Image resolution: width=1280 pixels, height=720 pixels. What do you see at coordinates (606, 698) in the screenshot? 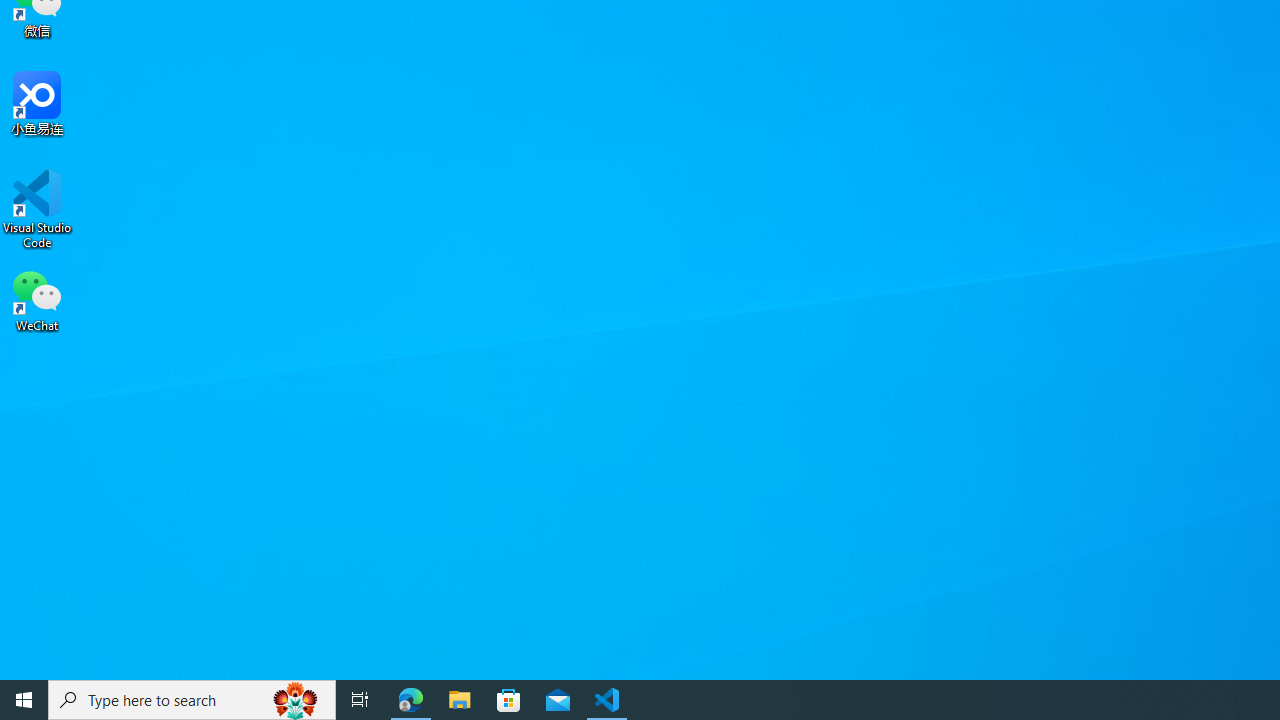
I see `'Visual Studio Code - 1 running window'` at bounding box center [606, 698].